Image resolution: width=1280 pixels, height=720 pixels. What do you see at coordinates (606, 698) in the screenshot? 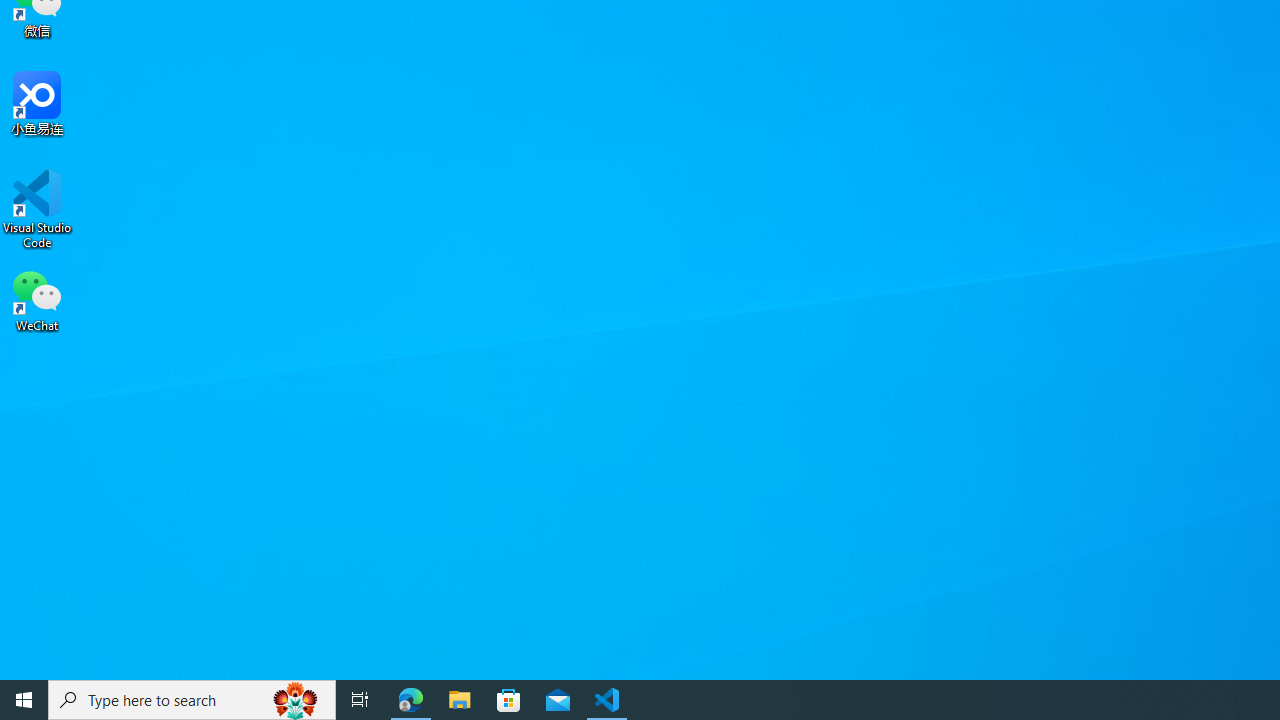
I see `'Visual Studio Code - 1 running window'` at bounding box center [606, 698].